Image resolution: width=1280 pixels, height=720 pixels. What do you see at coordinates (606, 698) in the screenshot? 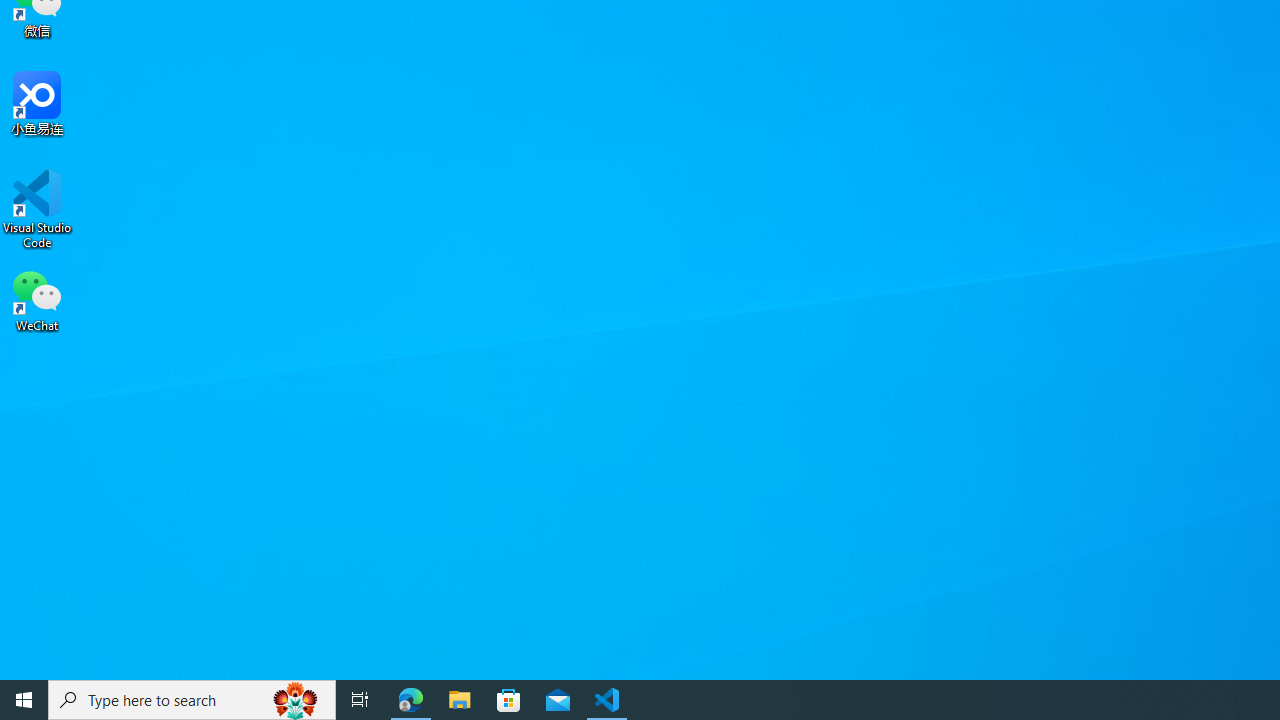
I see `'Visual Studio Code - 1 running window'` at bounding box center [606, 698].